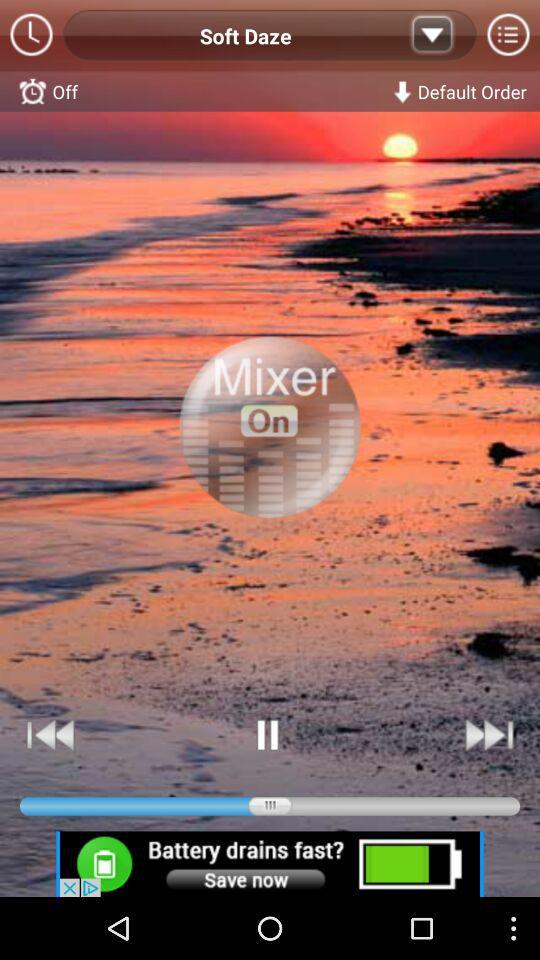  I want to click on the down option, so click(431, 35).